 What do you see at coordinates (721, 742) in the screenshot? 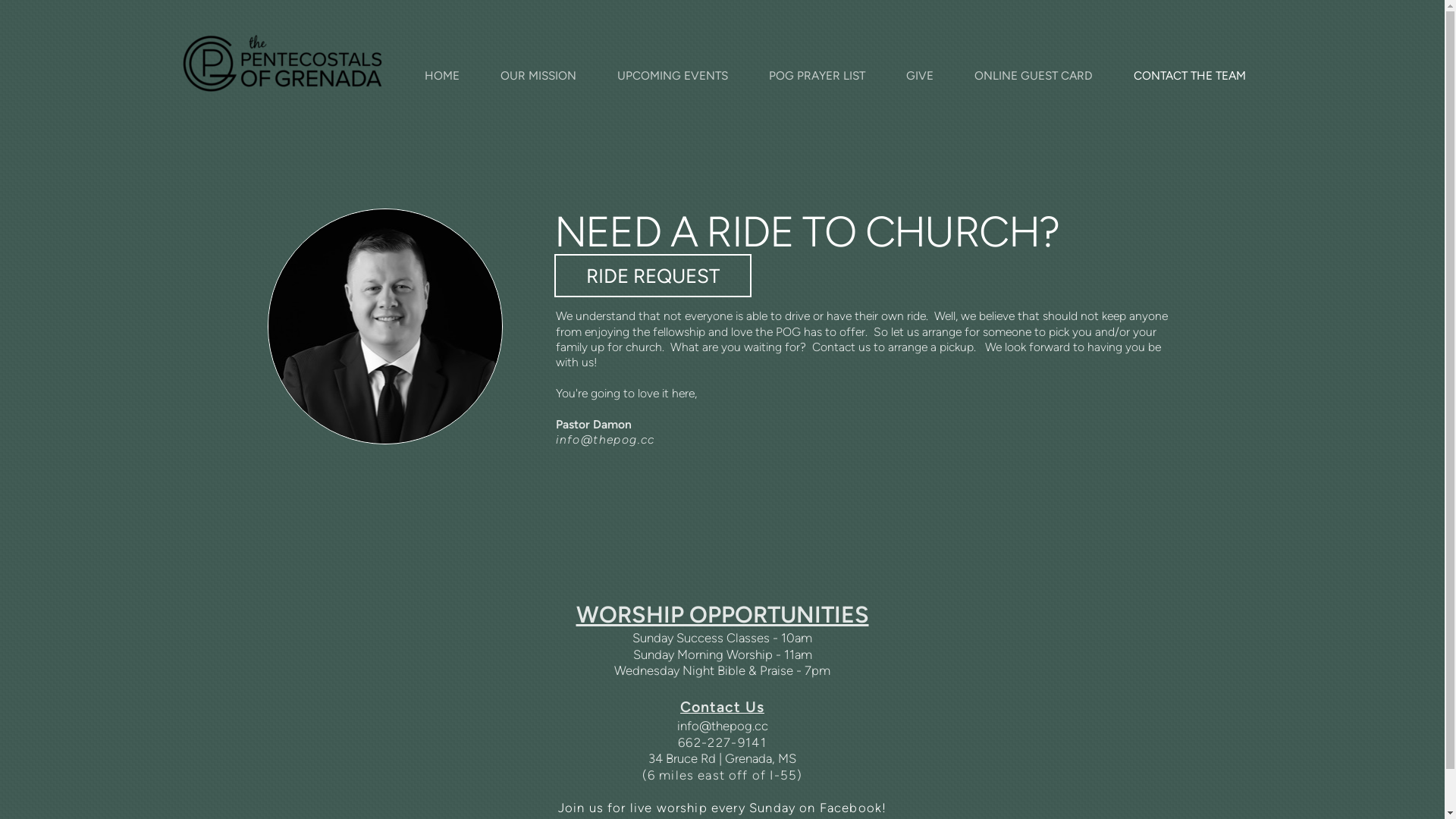
I see `'662-227-9141'` at bounding box center [721, 742].